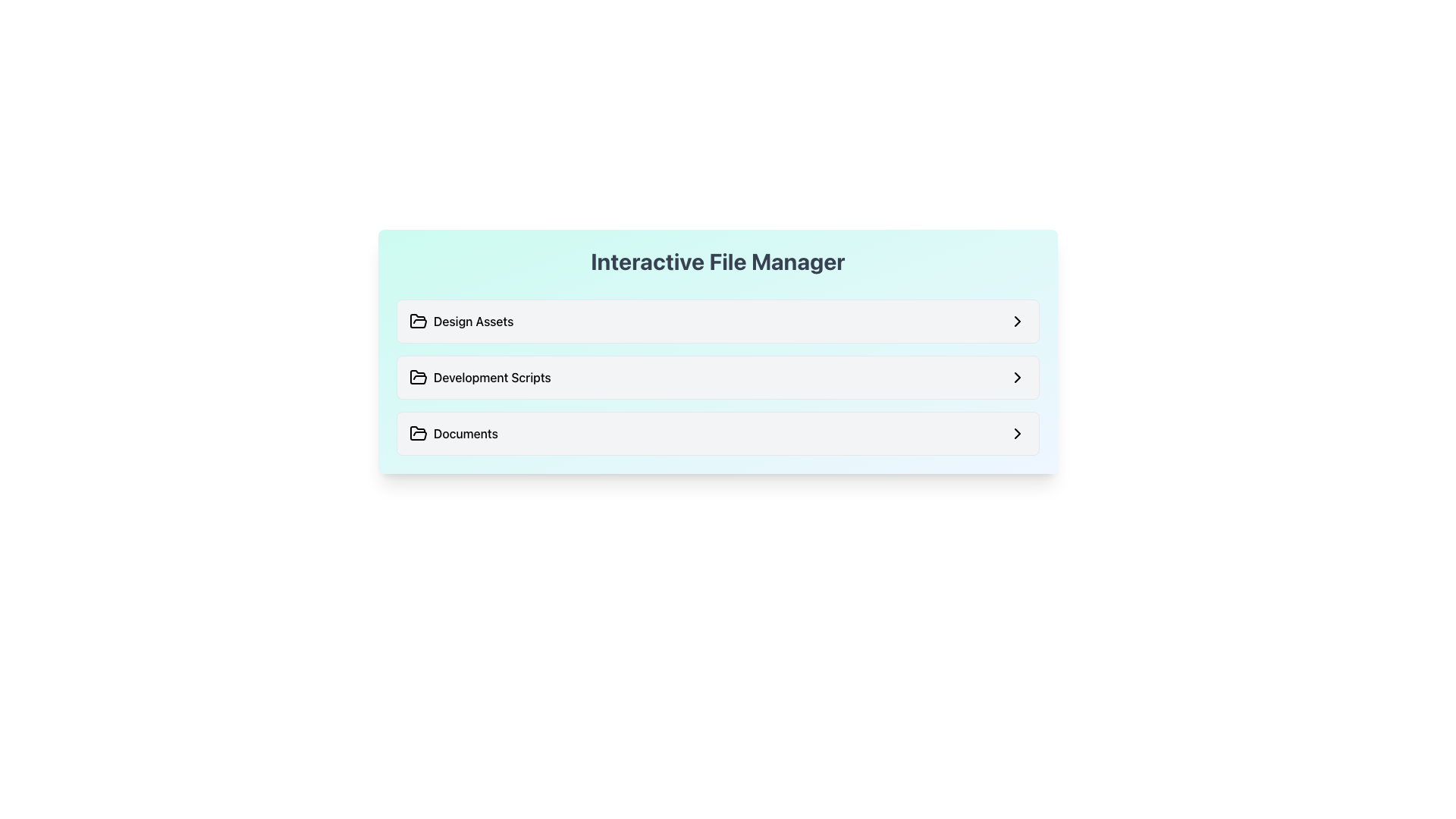 The height and width of the screenshot is (819, 1456). What do you see at coordinates (460, 321) in the screenshot?
I see `the 'Design Assets' text with the open folder icon, which is the first item in a vertically arranged list` at bounding box center [460, 321].